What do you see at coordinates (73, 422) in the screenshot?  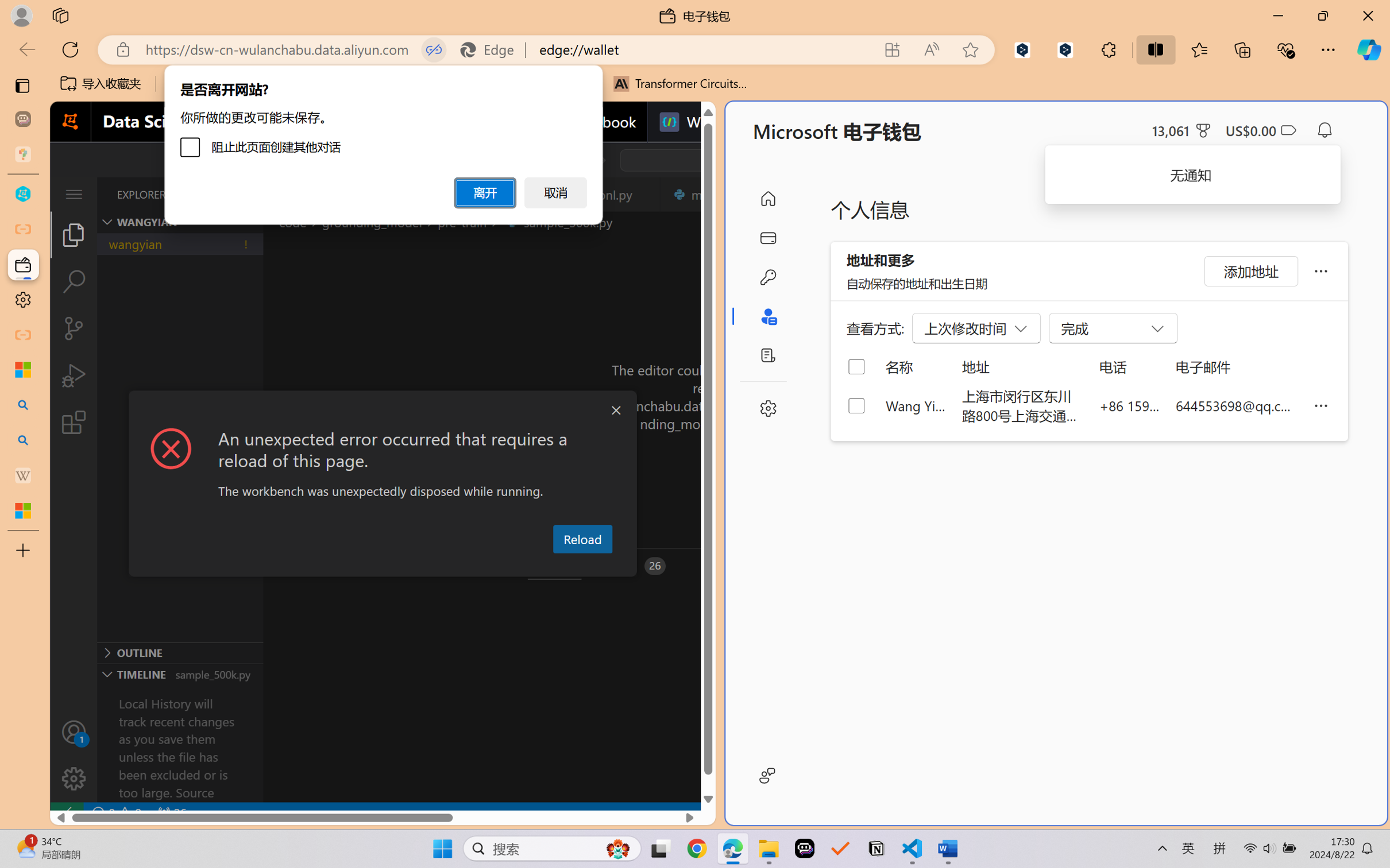 I see `'Extensions (Ctrl+Shift+X)'` at bounding box center [73, 422].